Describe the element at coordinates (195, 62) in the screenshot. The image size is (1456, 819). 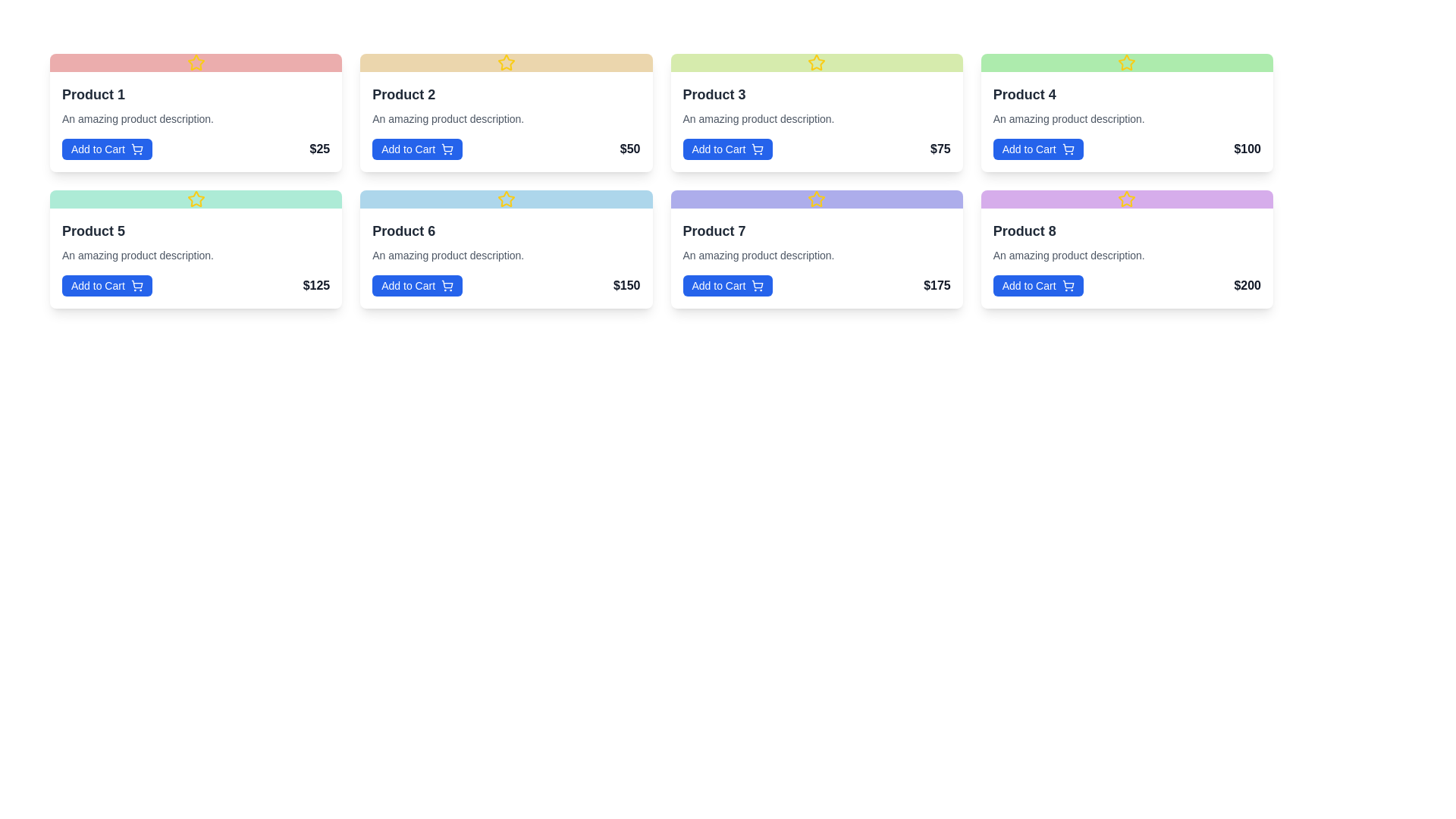
I see `the yellow star icon with a hollow center, which is centrally positioned in the upper region of the card titled 'Product 1'` at that location.